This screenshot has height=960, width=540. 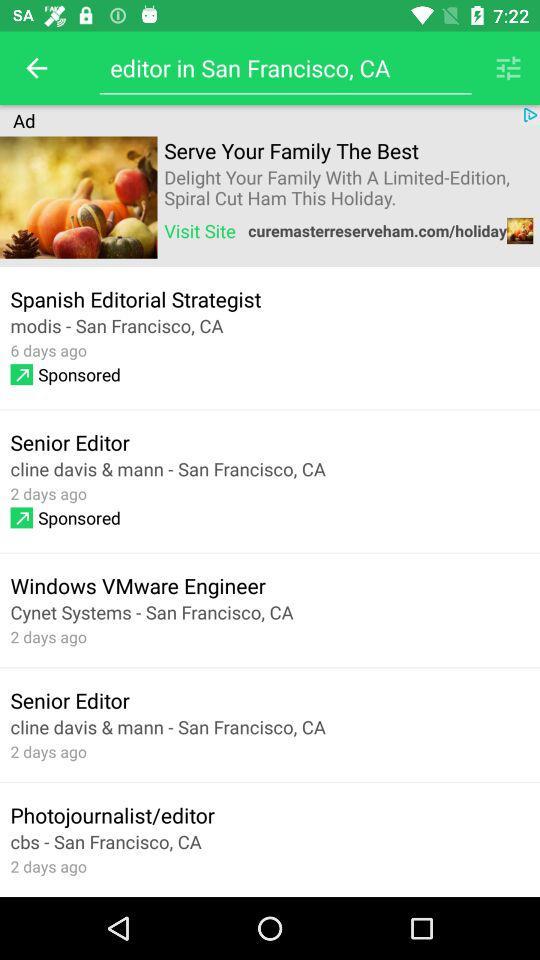 I want to click on the visit site, so click(x=200, y=230).